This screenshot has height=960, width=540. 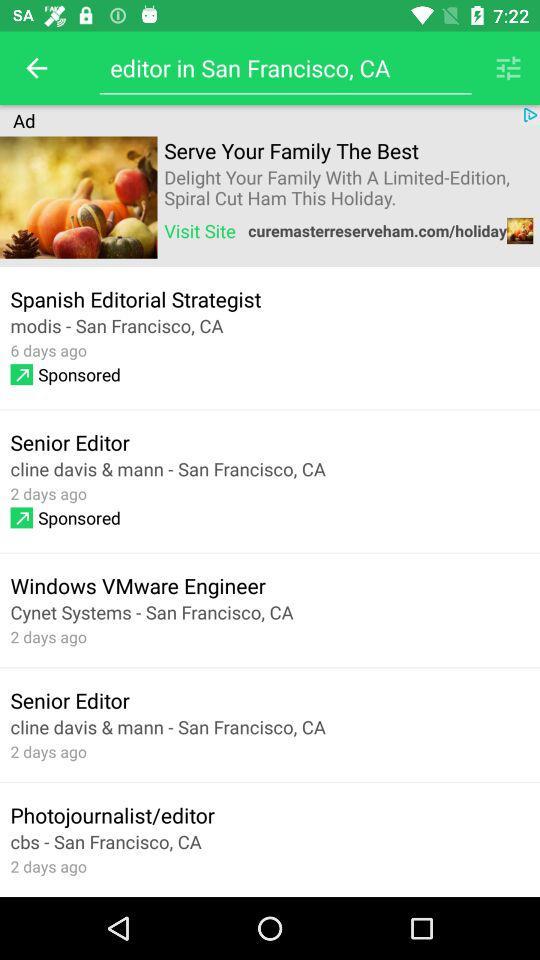 I want to click on the visit site, so click(x=200, y=230).